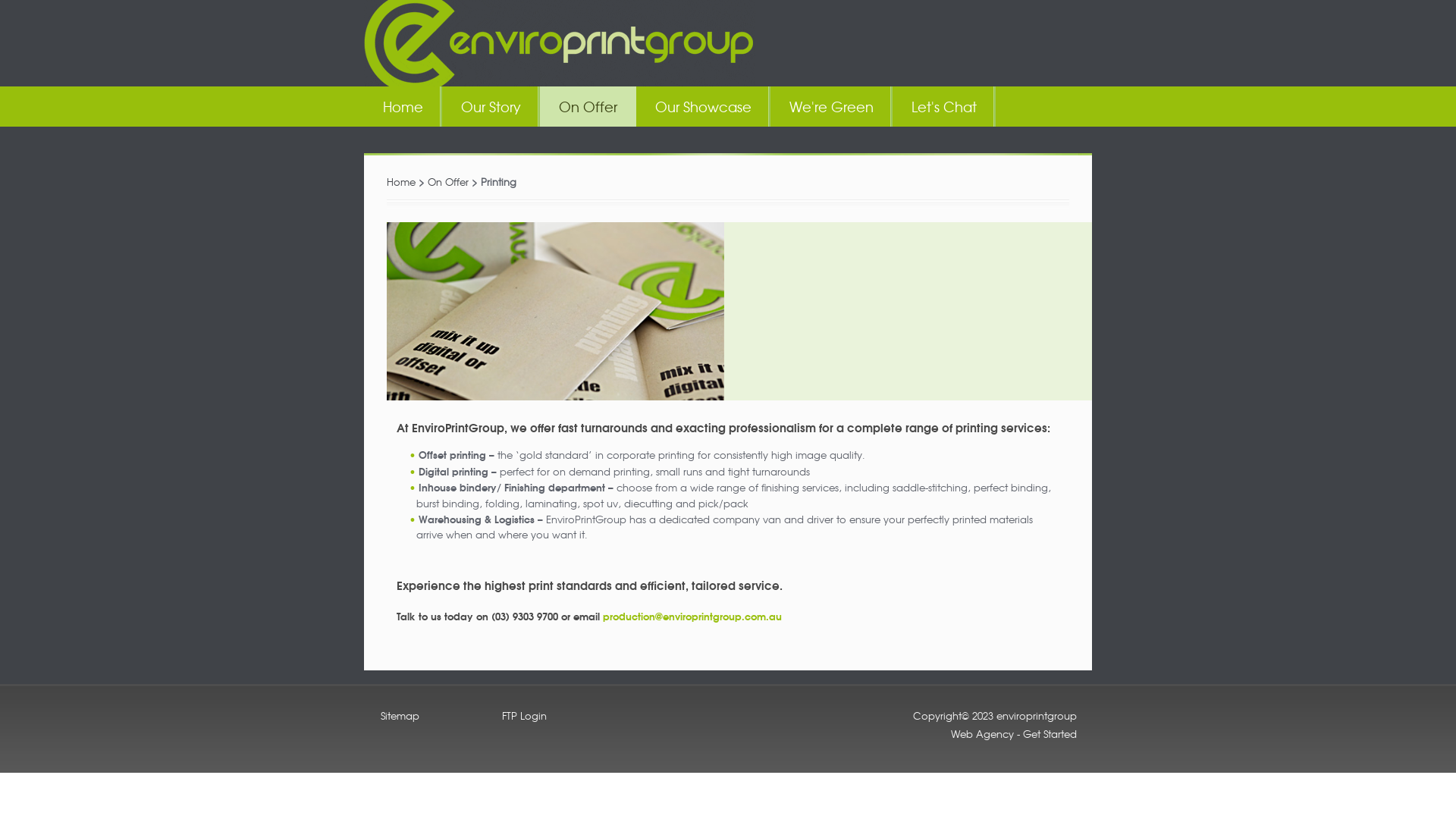  Describe the element at coordinates (441, 105) in the screenshot. I see `'Our Story'` at that location.